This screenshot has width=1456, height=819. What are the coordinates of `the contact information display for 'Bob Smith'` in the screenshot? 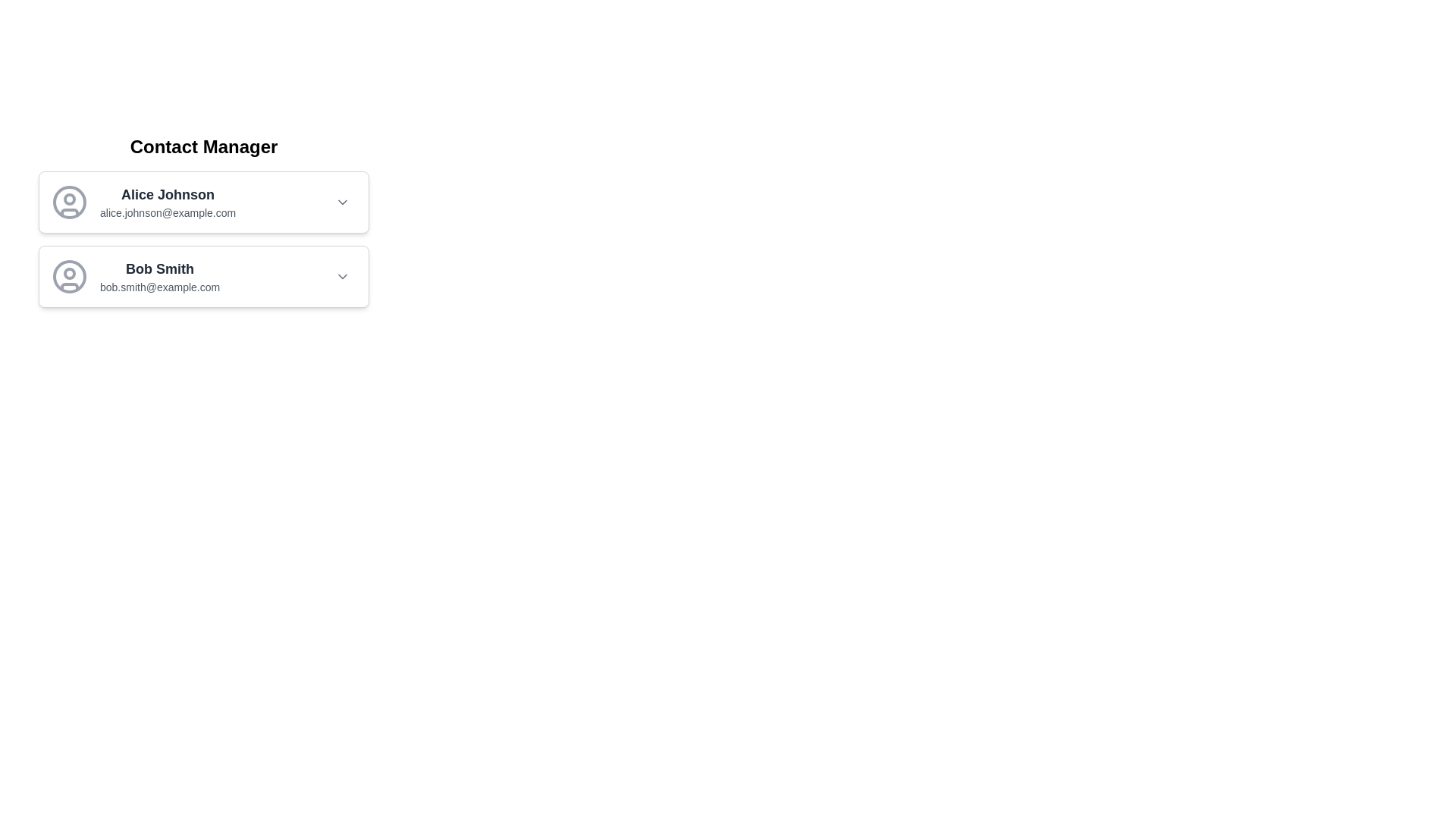 It's located at (160, 277).